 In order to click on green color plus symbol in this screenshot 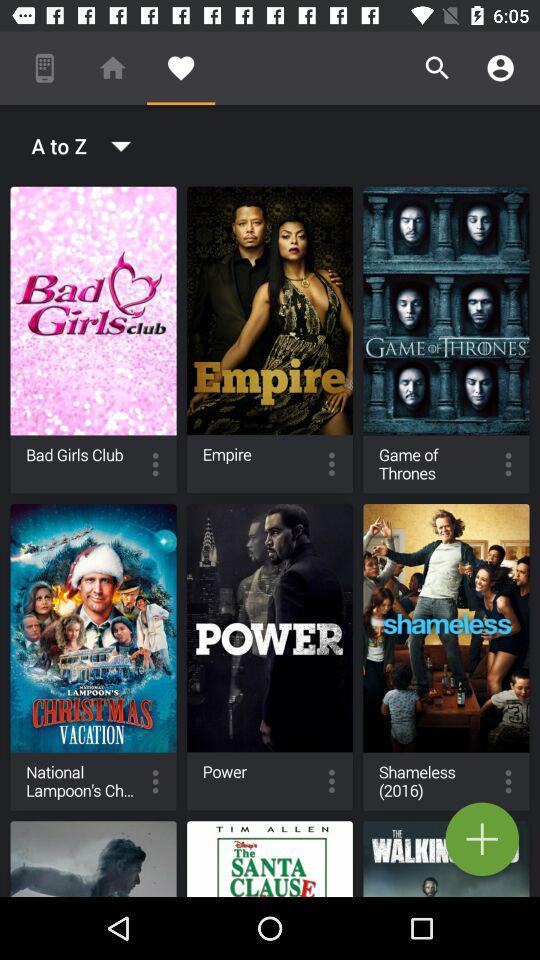, I will do `click(481, 839)`.